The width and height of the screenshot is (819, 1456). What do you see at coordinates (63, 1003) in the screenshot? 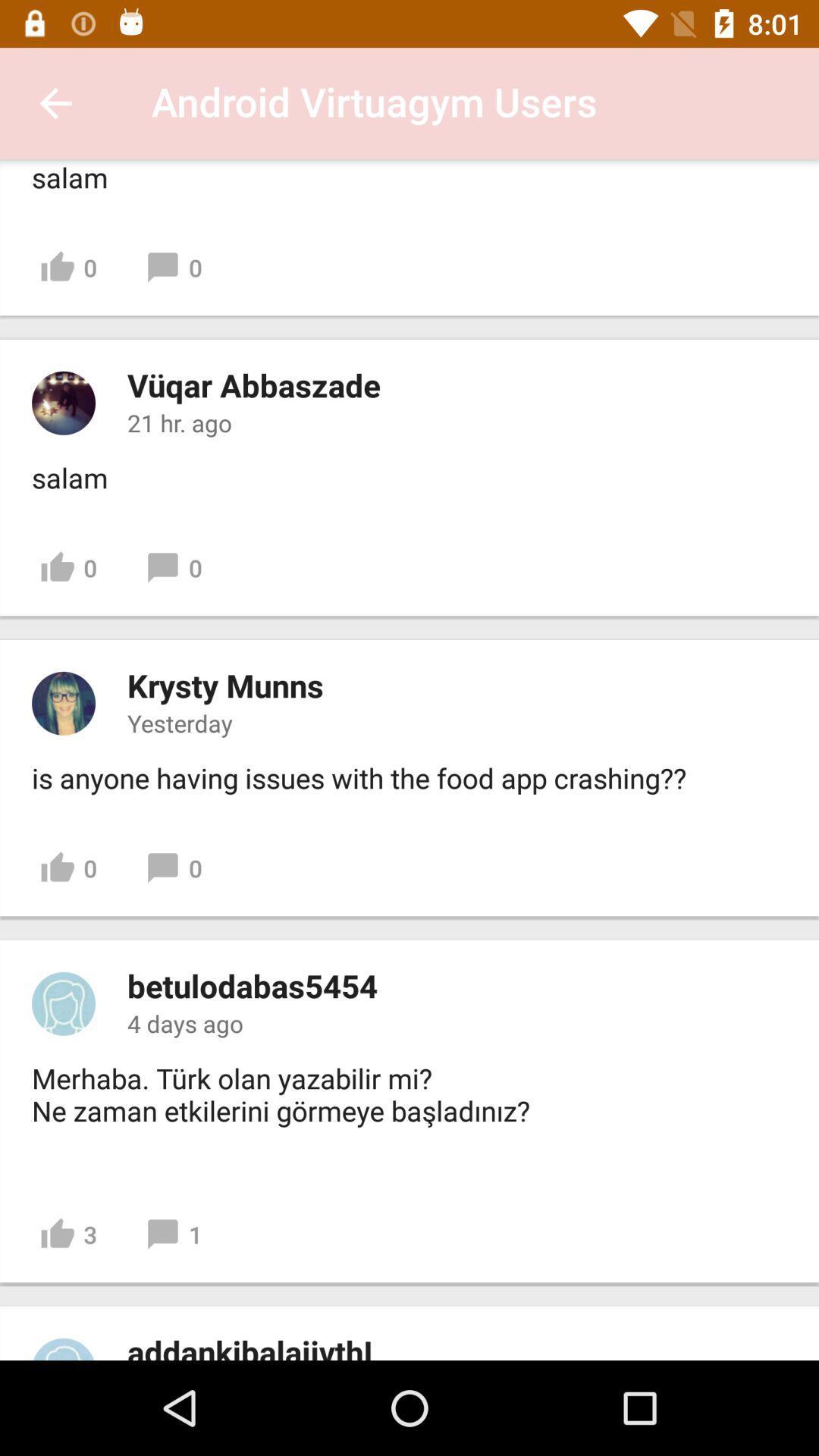
I see `avatar icon` at bounding box center [63, 1003].